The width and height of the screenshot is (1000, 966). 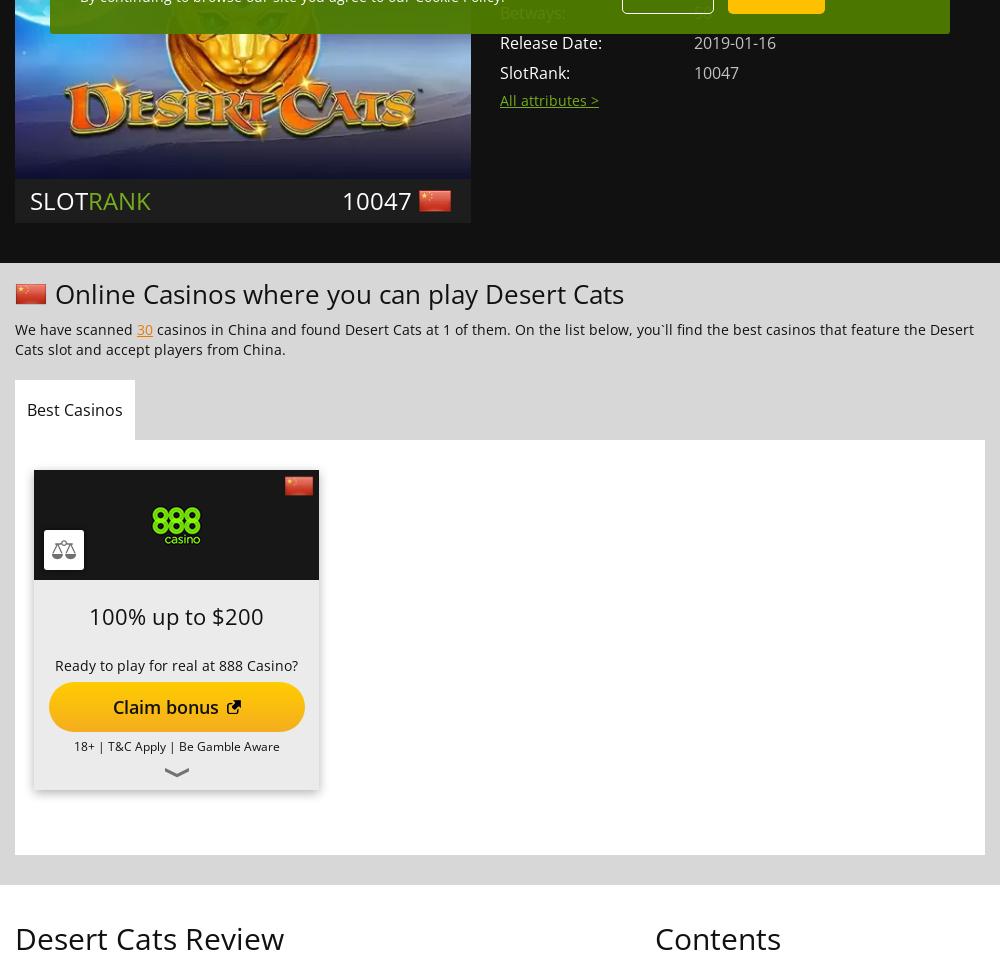 I want to click on 'Best Casinos', so click(x=74, y=409).